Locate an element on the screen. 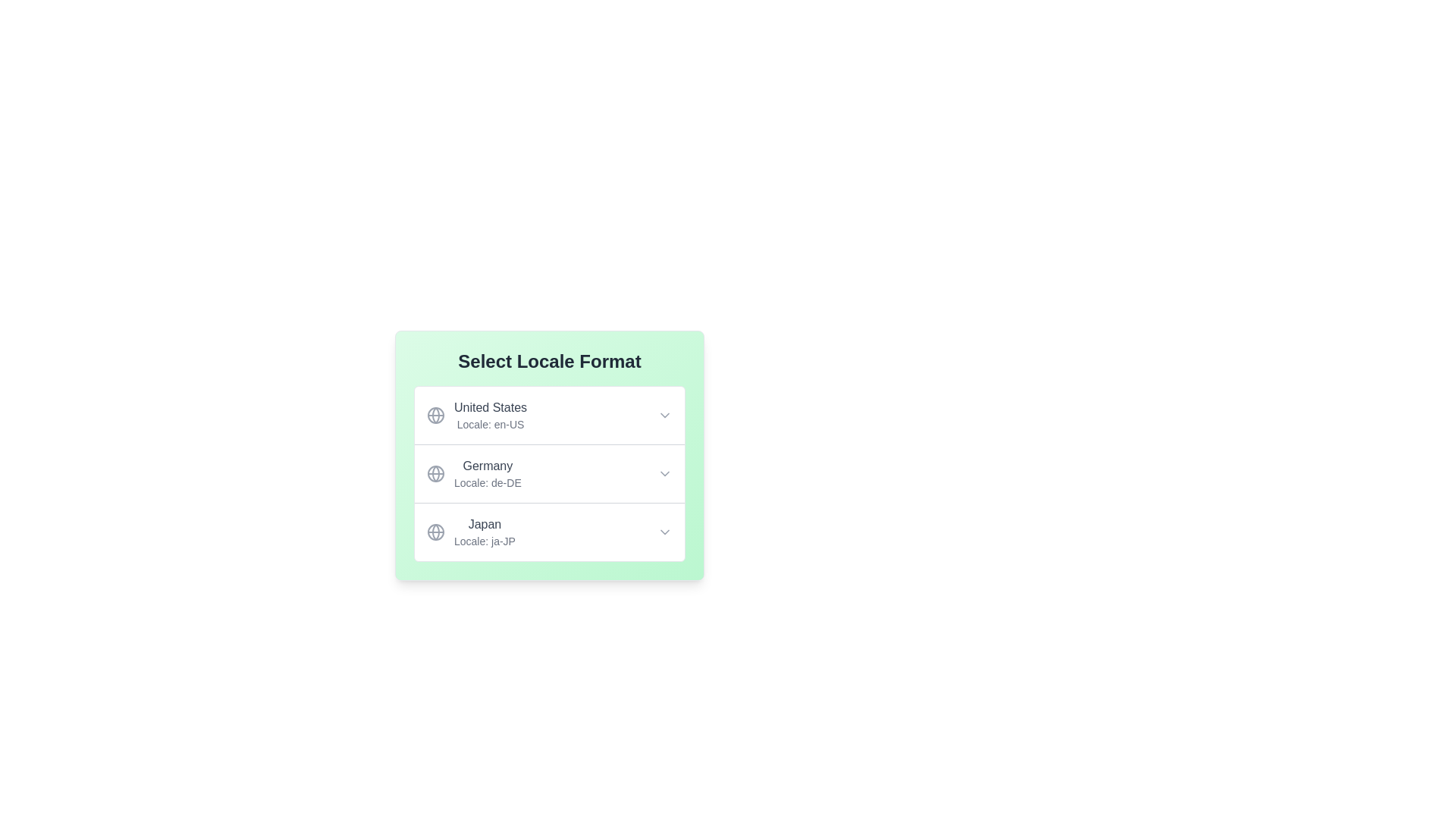  the circular vector graphic icon representing the globe, which is located at the center of the globe icon adjacent to the label 'United States' with subtext 'Locale: en-US' is located at coordinates (435, 472).